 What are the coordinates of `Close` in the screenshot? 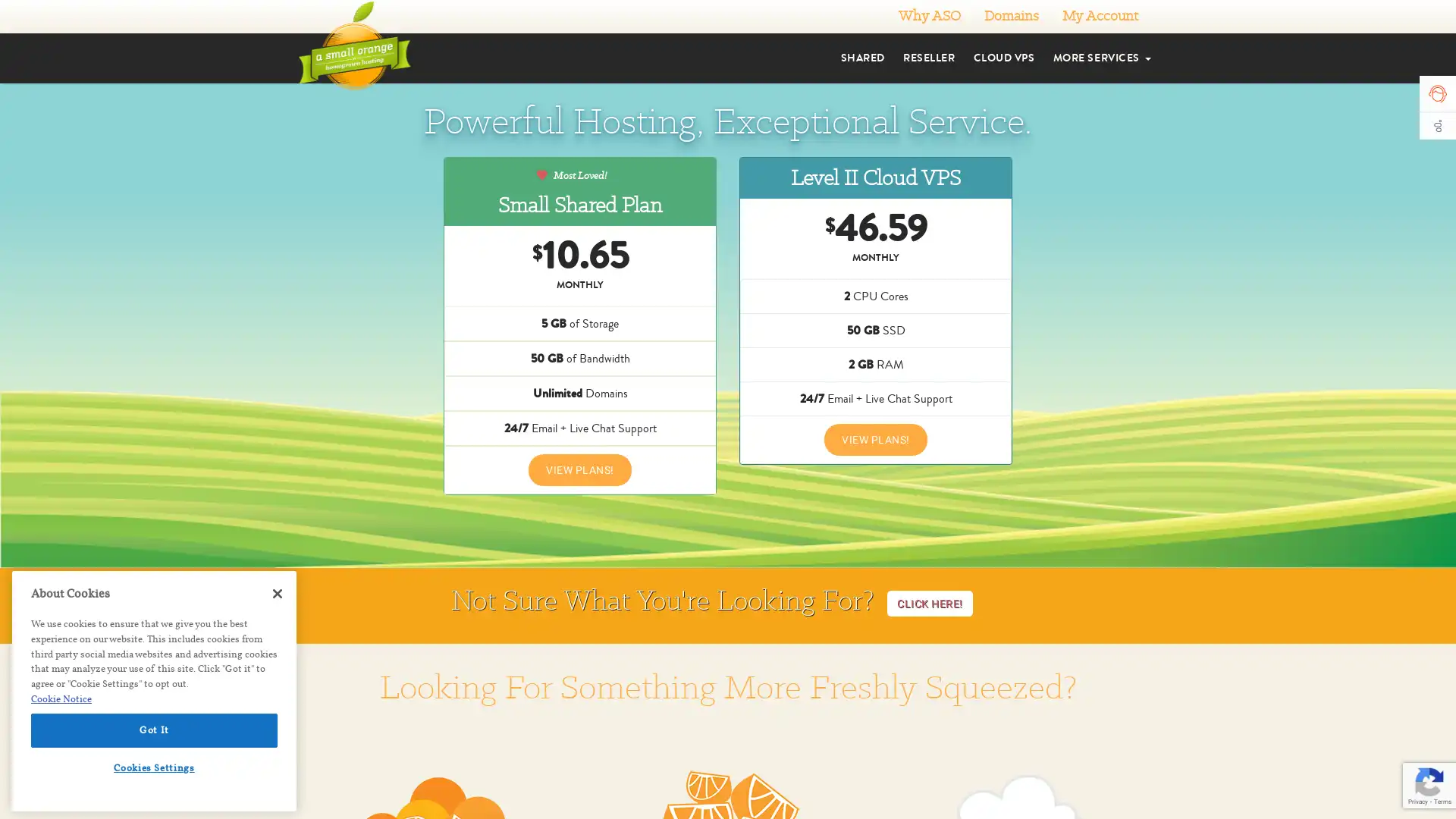 It's located at (277, 593).